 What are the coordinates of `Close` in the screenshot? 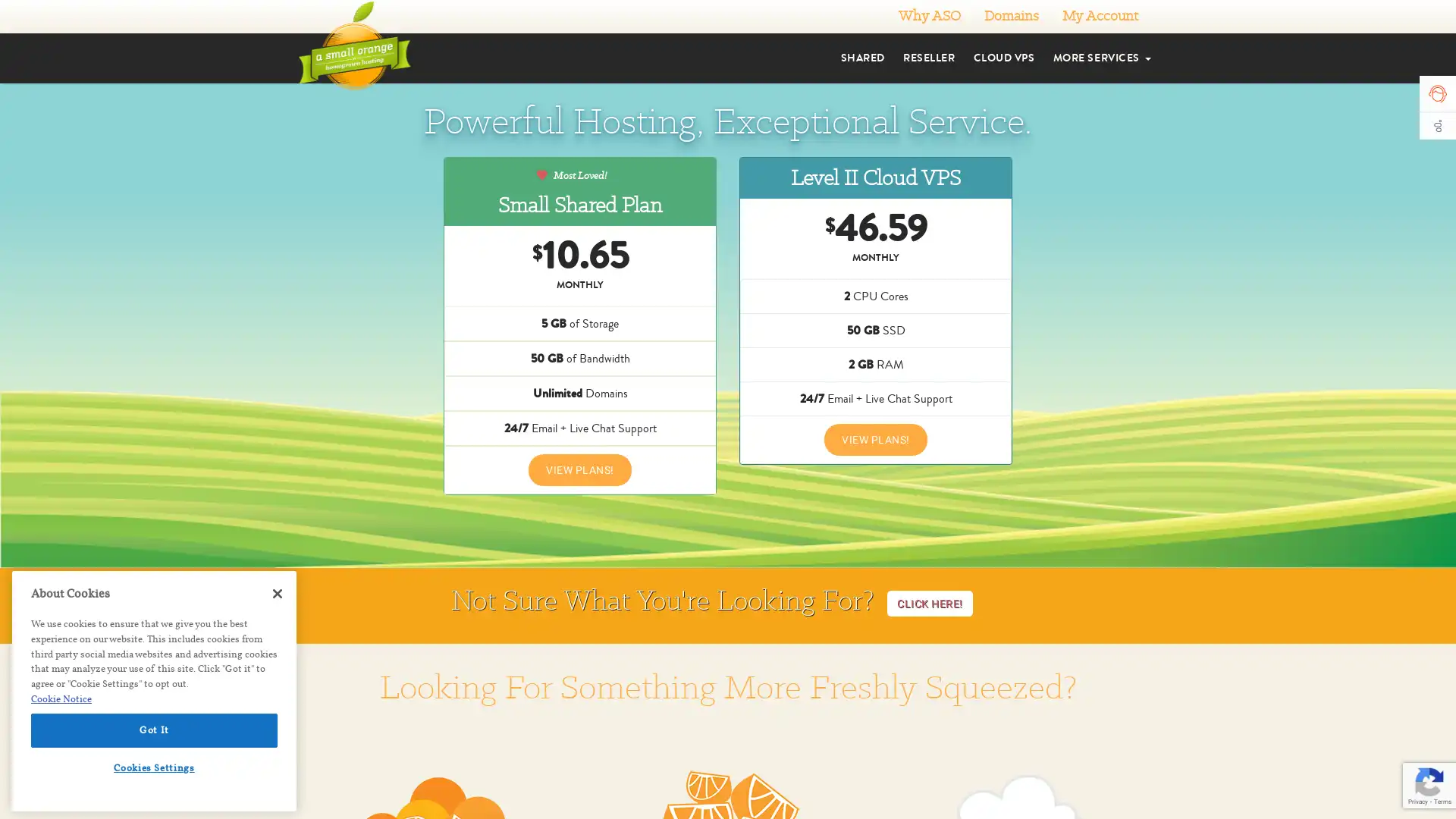 It's located at (277, 593).